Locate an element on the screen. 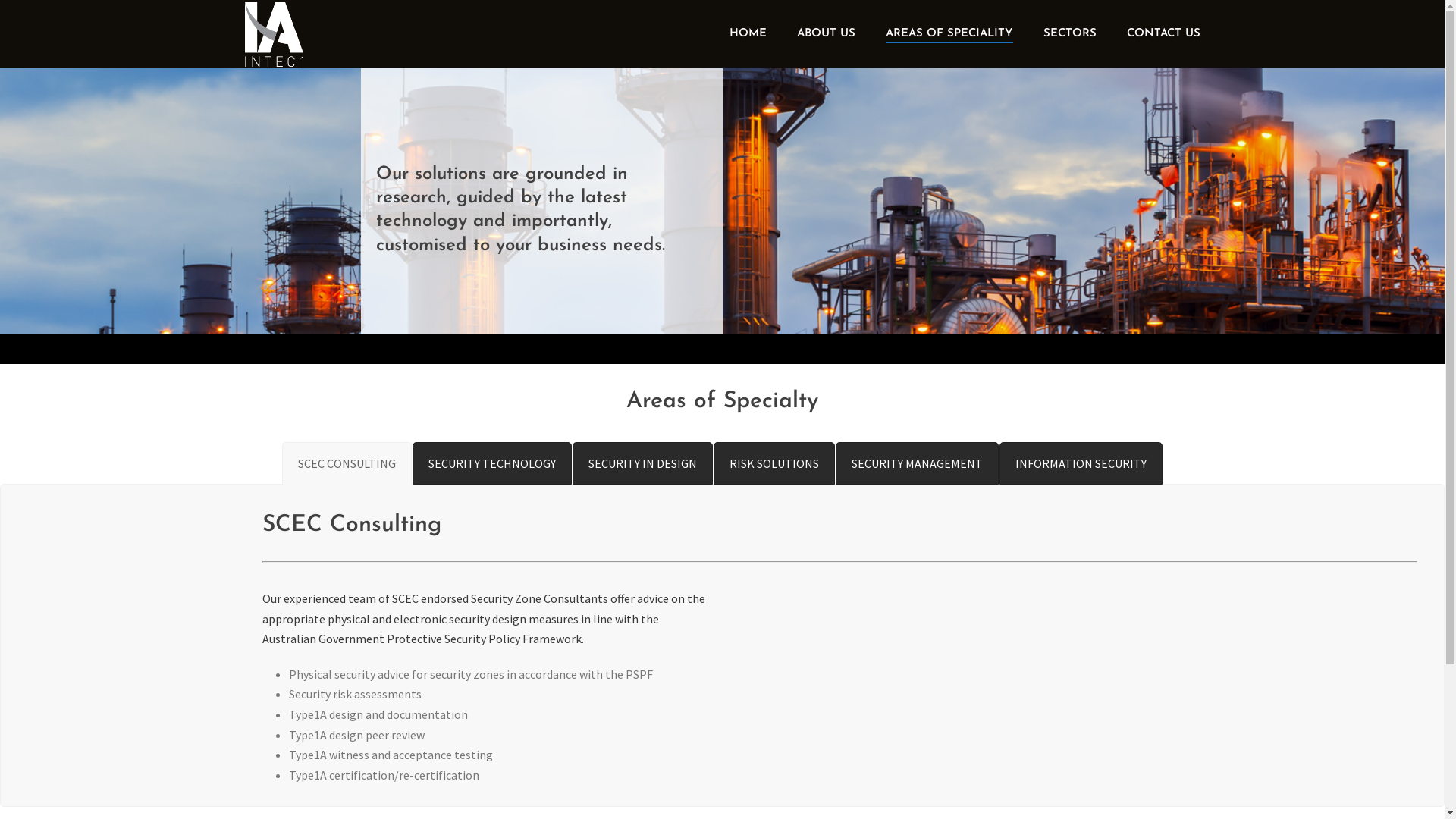 The image size is (1456, 819). 'CONTACT US' is located at coordinates (1163, 34).